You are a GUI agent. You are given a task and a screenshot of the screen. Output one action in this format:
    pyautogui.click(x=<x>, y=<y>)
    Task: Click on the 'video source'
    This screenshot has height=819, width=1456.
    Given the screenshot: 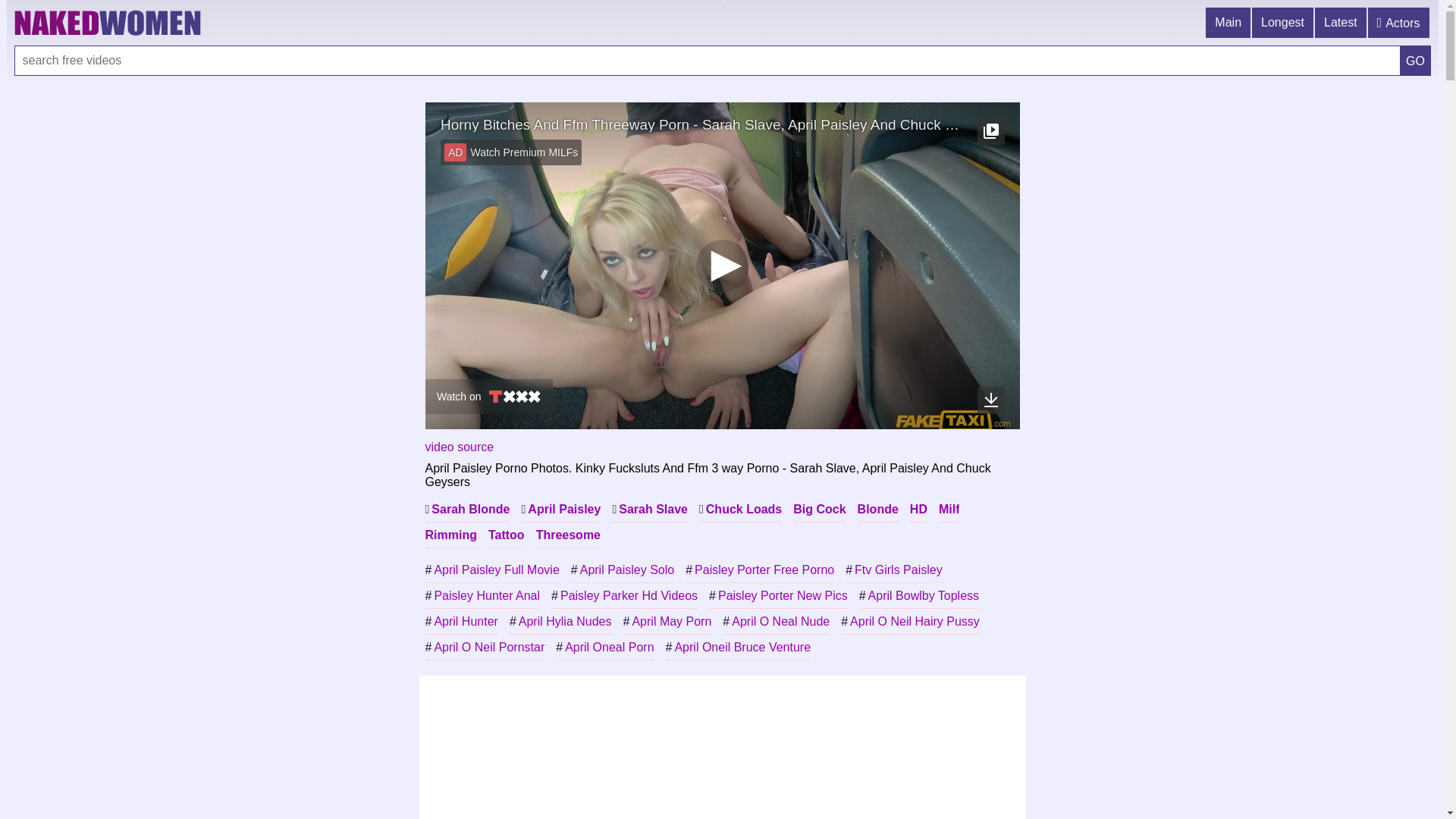 What is the action you would take?
    pyautogui.click(x=425, y=446)
    